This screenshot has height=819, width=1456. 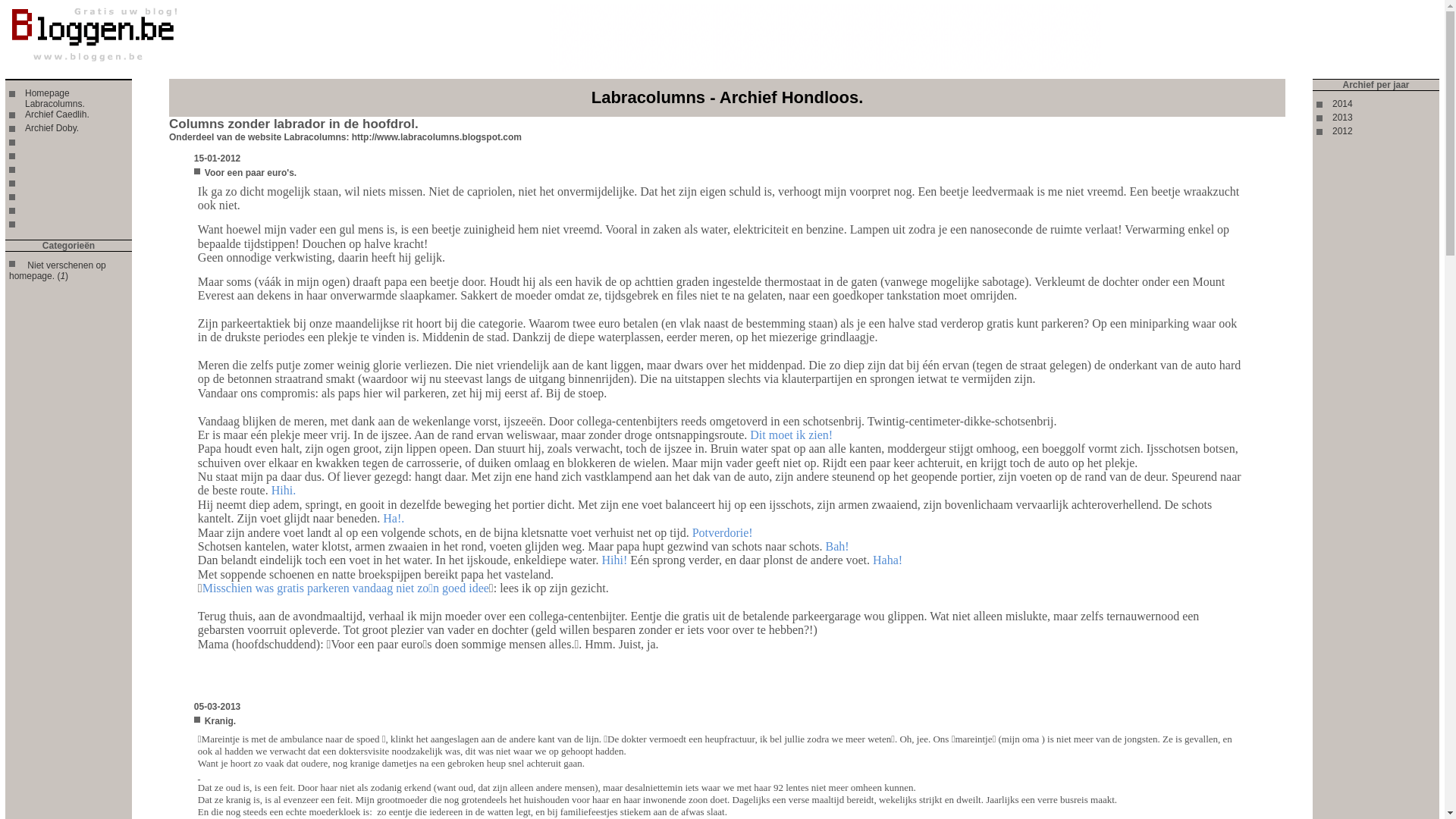 What do you see at coordinates (55, 99) in the screenshot?
I see `'Homepage Labracolumns.'` at bounding box center [55, 99].